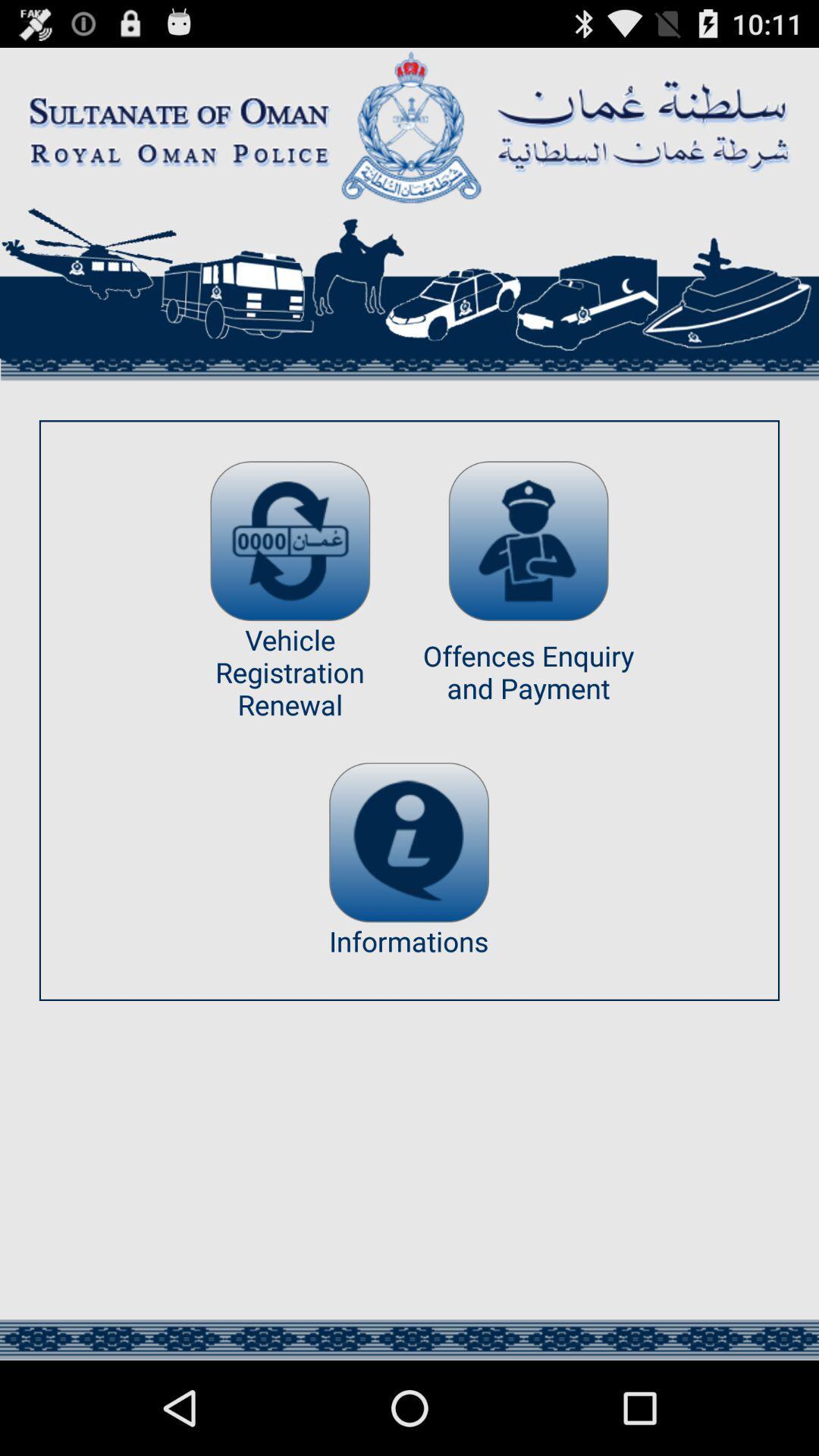  I want to click on information, so click(408, 842).